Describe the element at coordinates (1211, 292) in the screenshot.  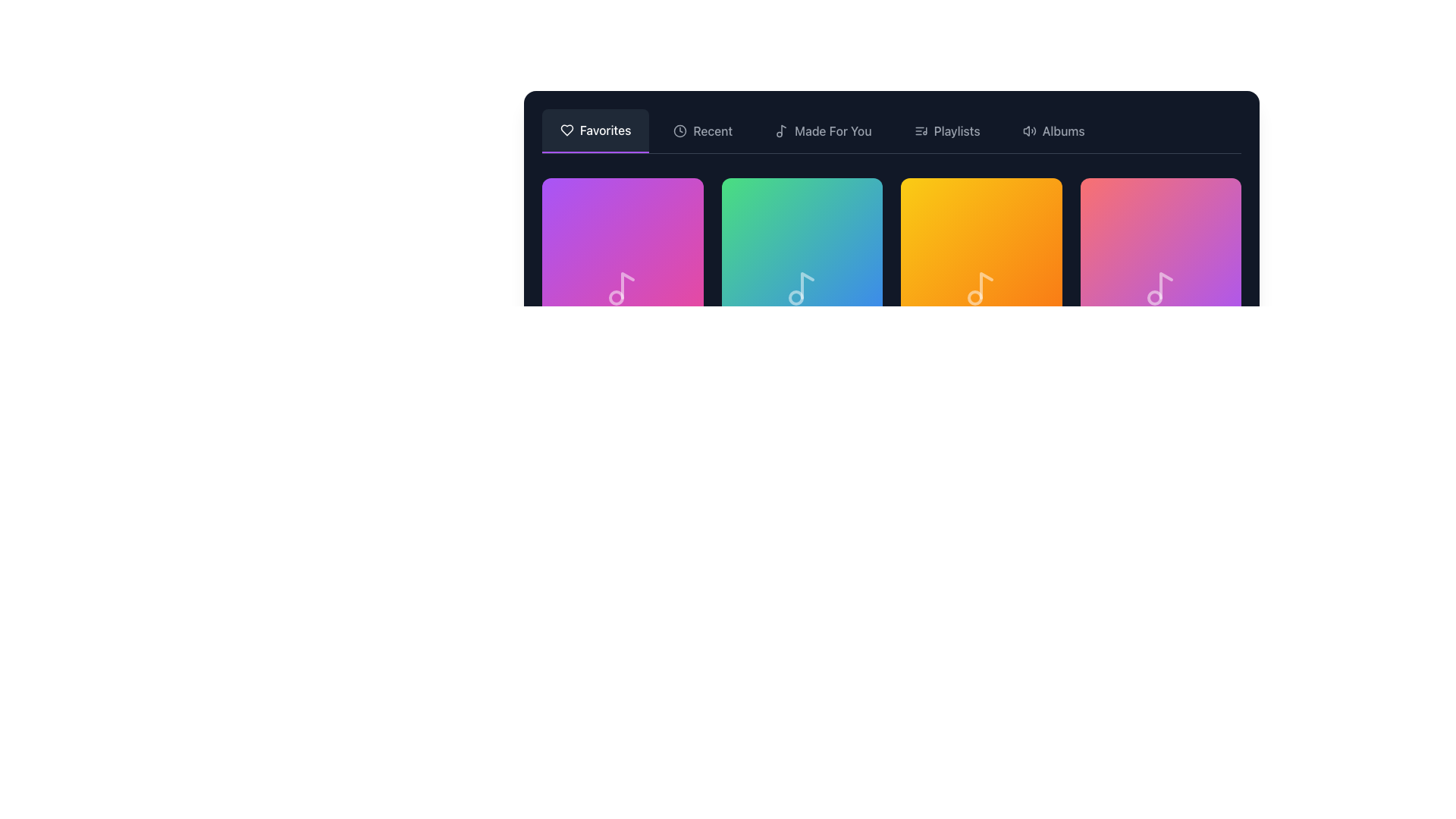
I see `the circular purple play button located at the bottom right of the last card in the horizontal card list` at that location.